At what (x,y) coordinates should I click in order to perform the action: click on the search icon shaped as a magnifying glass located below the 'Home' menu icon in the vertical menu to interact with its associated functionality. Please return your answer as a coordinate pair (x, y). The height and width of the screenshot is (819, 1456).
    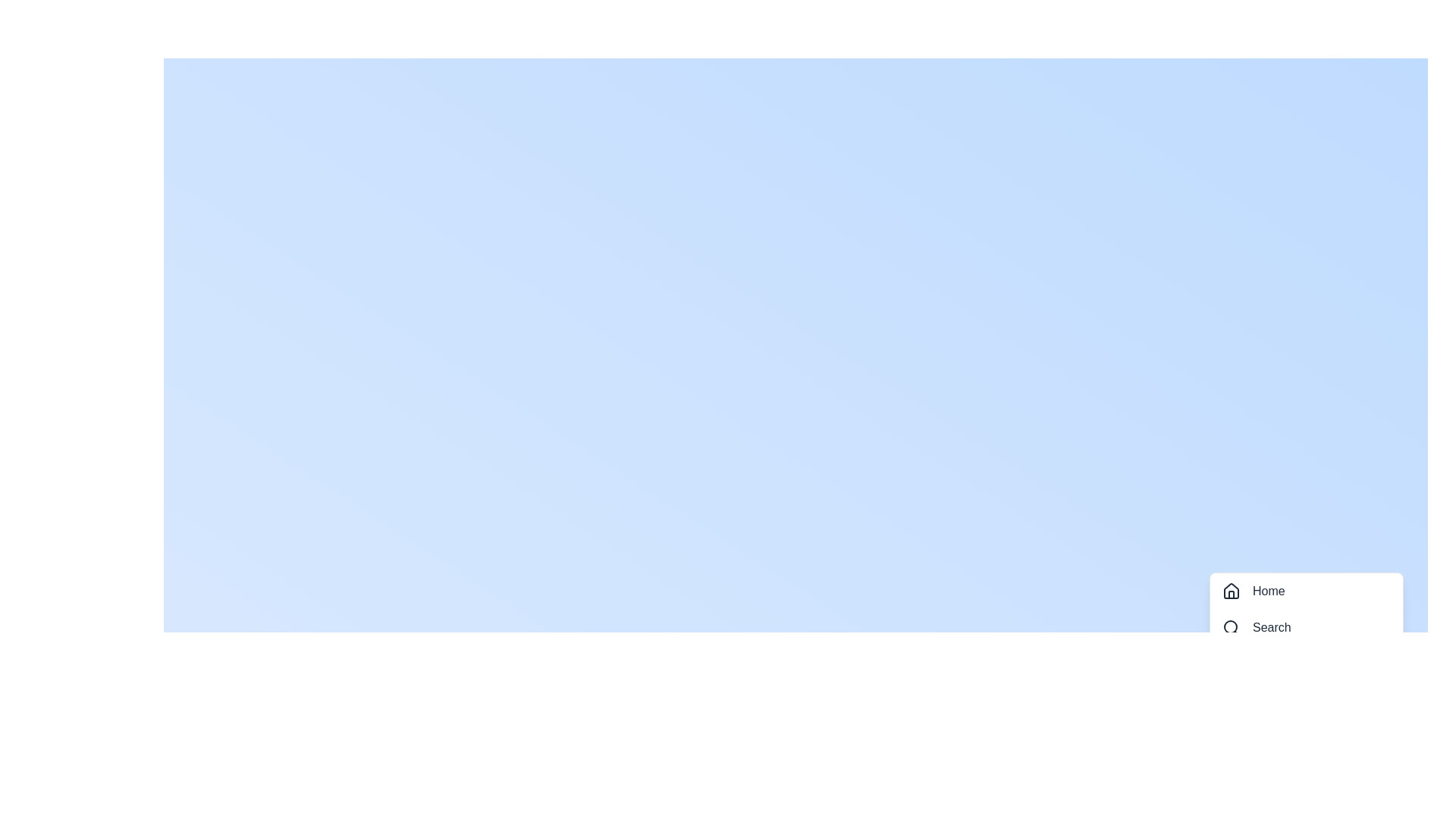
    Looking at the image, I should click on (1231, 628).